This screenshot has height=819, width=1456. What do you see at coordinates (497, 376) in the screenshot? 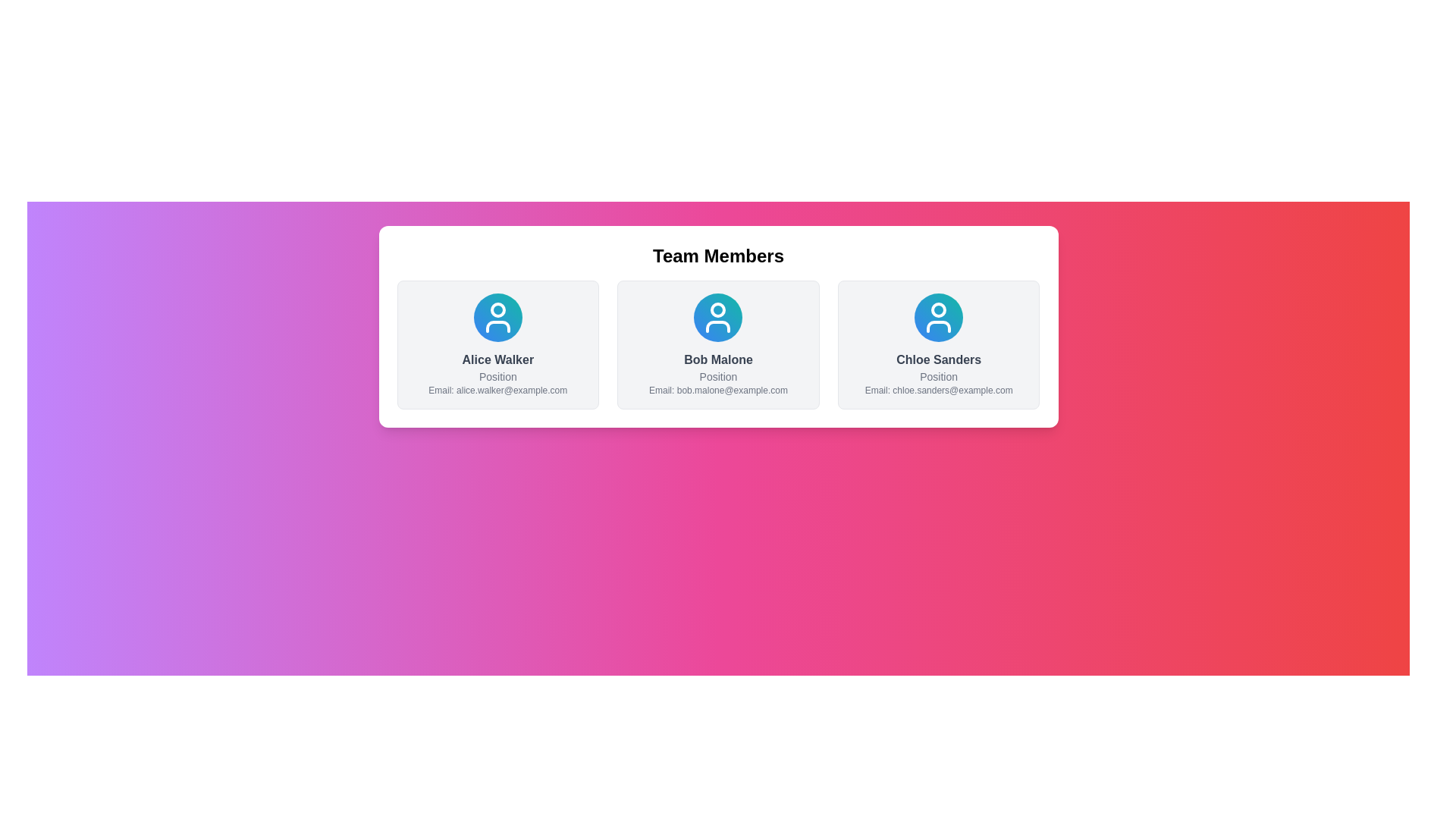
I see `text label indicating the role or designation of Alice Walker, which is located directly beneath her name in the central profile card` at bounding box center [497, 376].